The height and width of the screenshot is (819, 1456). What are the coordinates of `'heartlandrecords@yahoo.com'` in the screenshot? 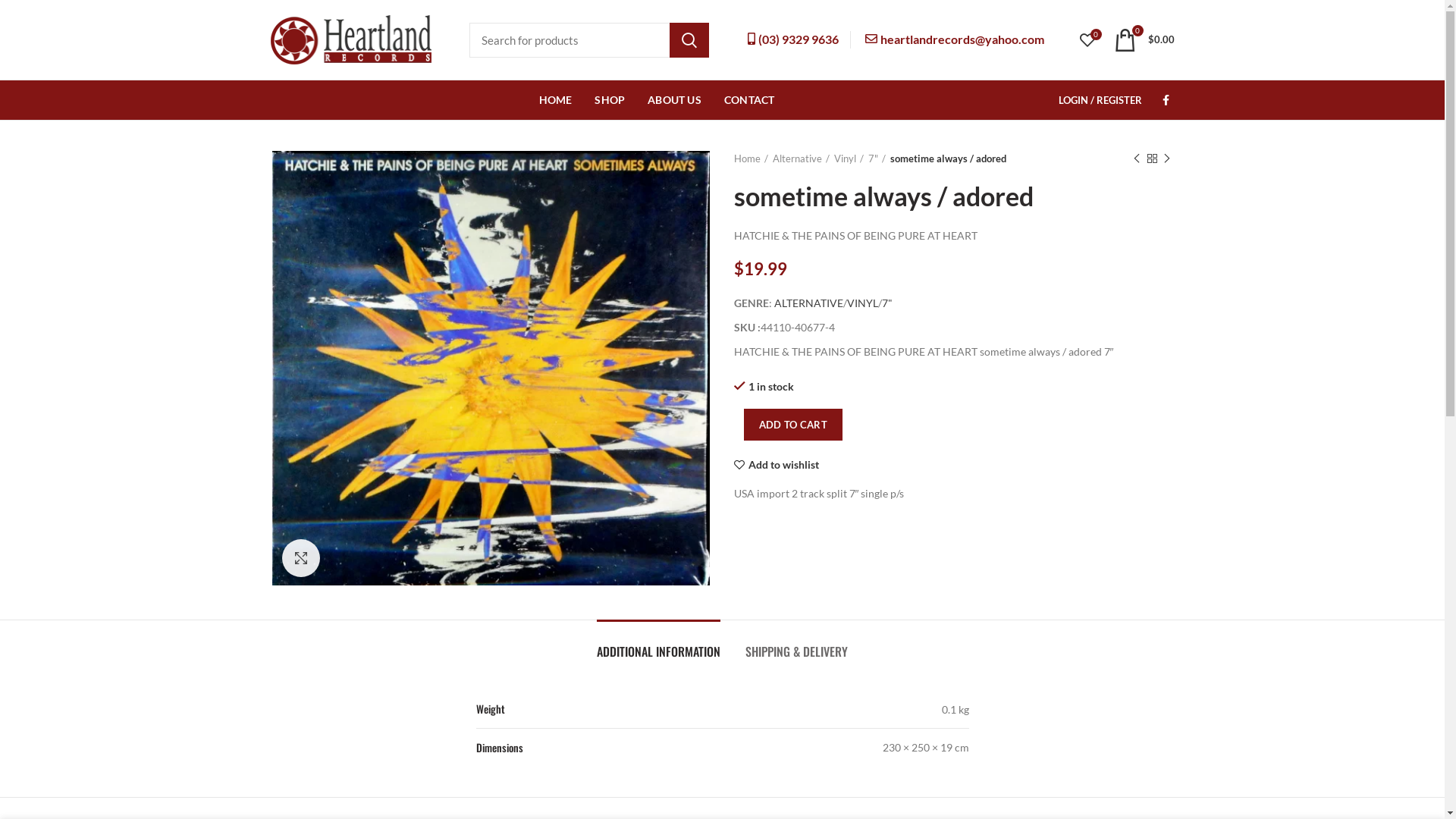 It's located at (953, 38).